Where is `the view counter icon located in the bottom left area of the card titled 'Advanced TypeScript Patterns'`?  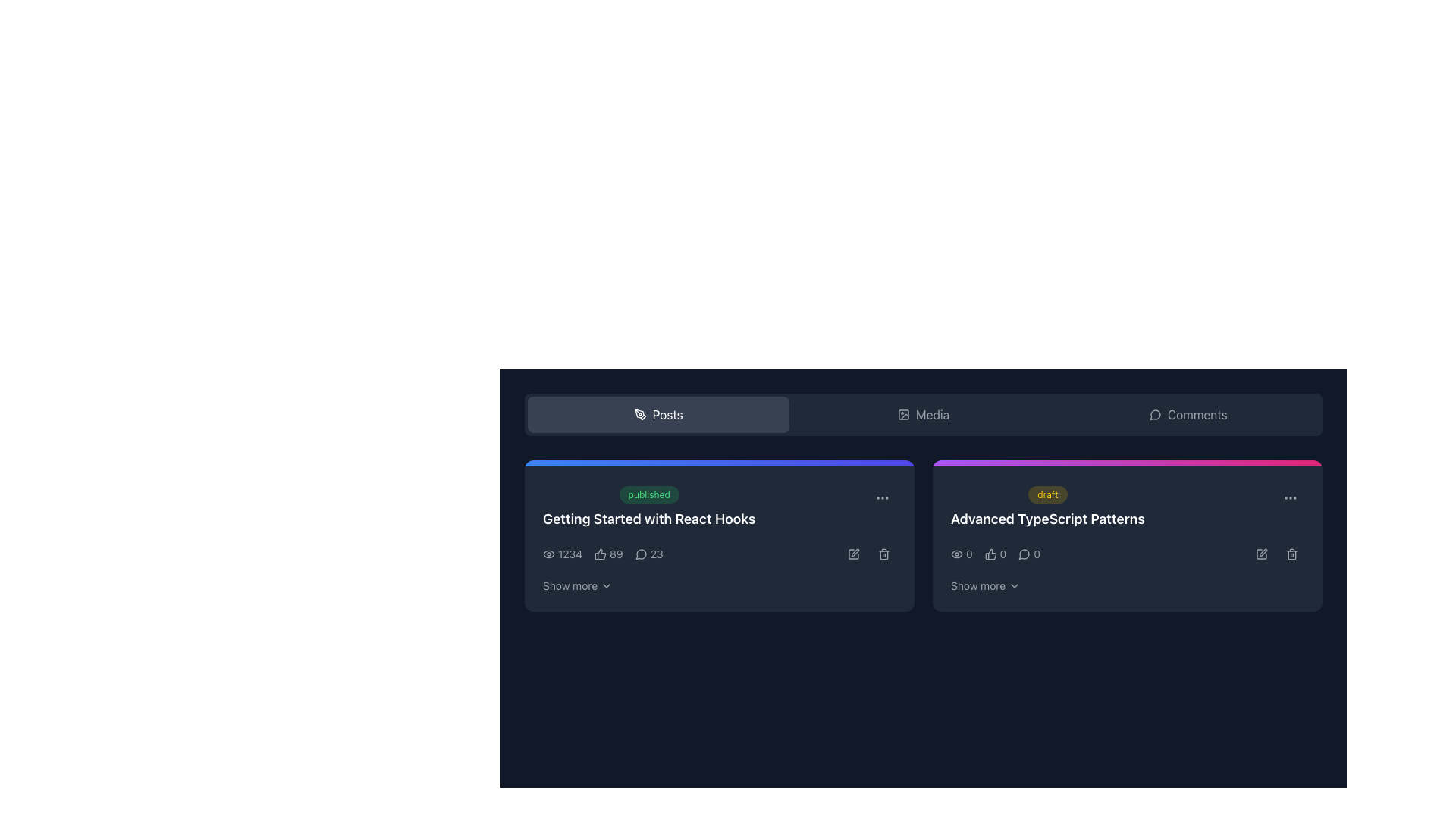
the view counter icon located in the bottom left area of the card titled 'Advanced TypeScript Patterns' is located at coordinates (961, 554).